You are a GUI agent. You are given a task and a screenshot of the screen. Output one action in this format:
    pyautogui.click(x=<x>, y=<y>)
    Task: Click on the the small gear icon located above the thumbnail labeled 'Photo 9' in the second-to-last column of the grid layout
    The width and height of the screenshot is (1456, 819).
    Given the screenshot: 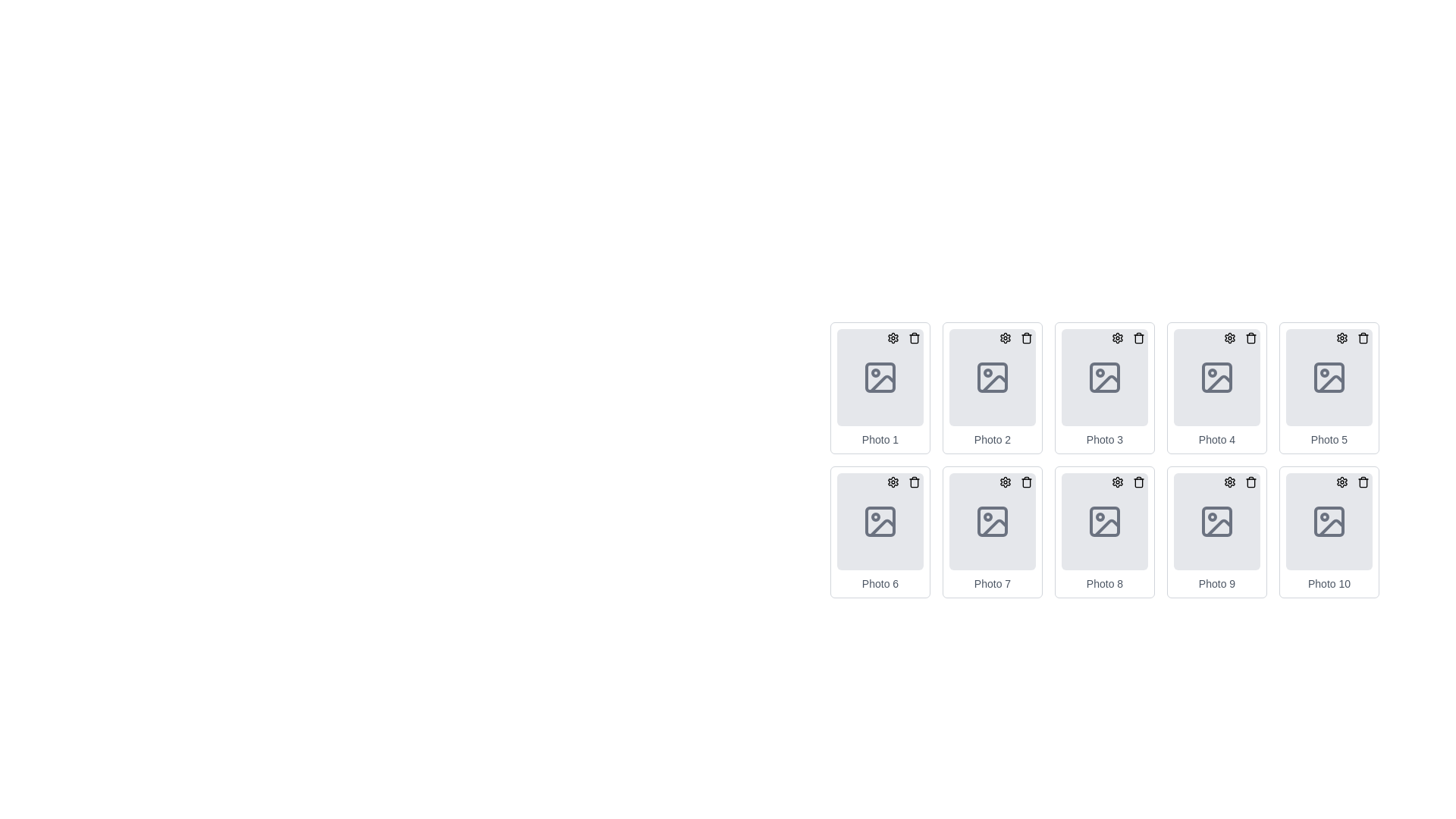 What is the action you would take?
    pyautogui.click(x=1230, y=482)
    